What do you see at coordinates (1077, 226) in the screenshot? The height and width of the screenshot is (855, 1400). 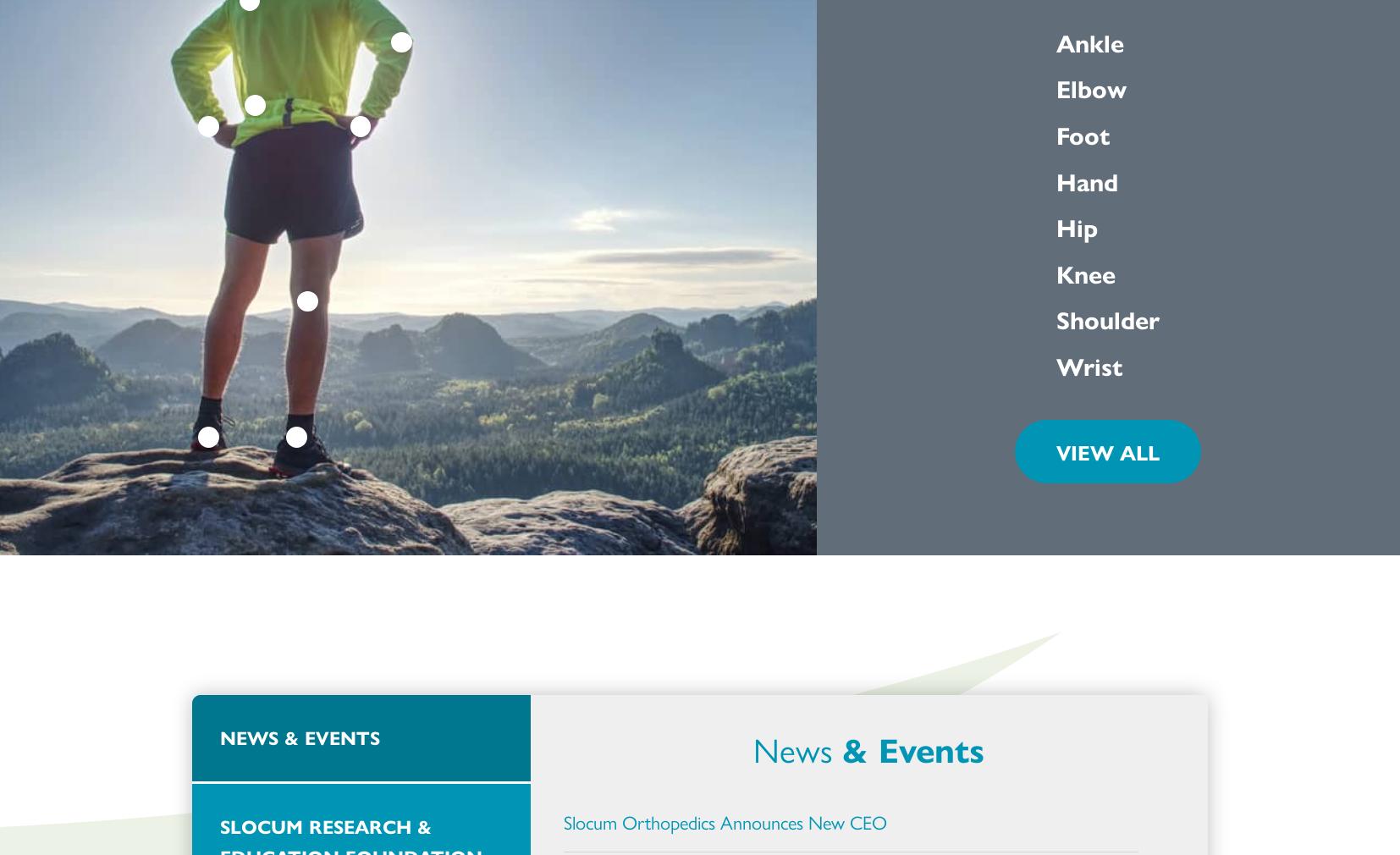 I see `'Hip'` at bounding box center [1077, 226].